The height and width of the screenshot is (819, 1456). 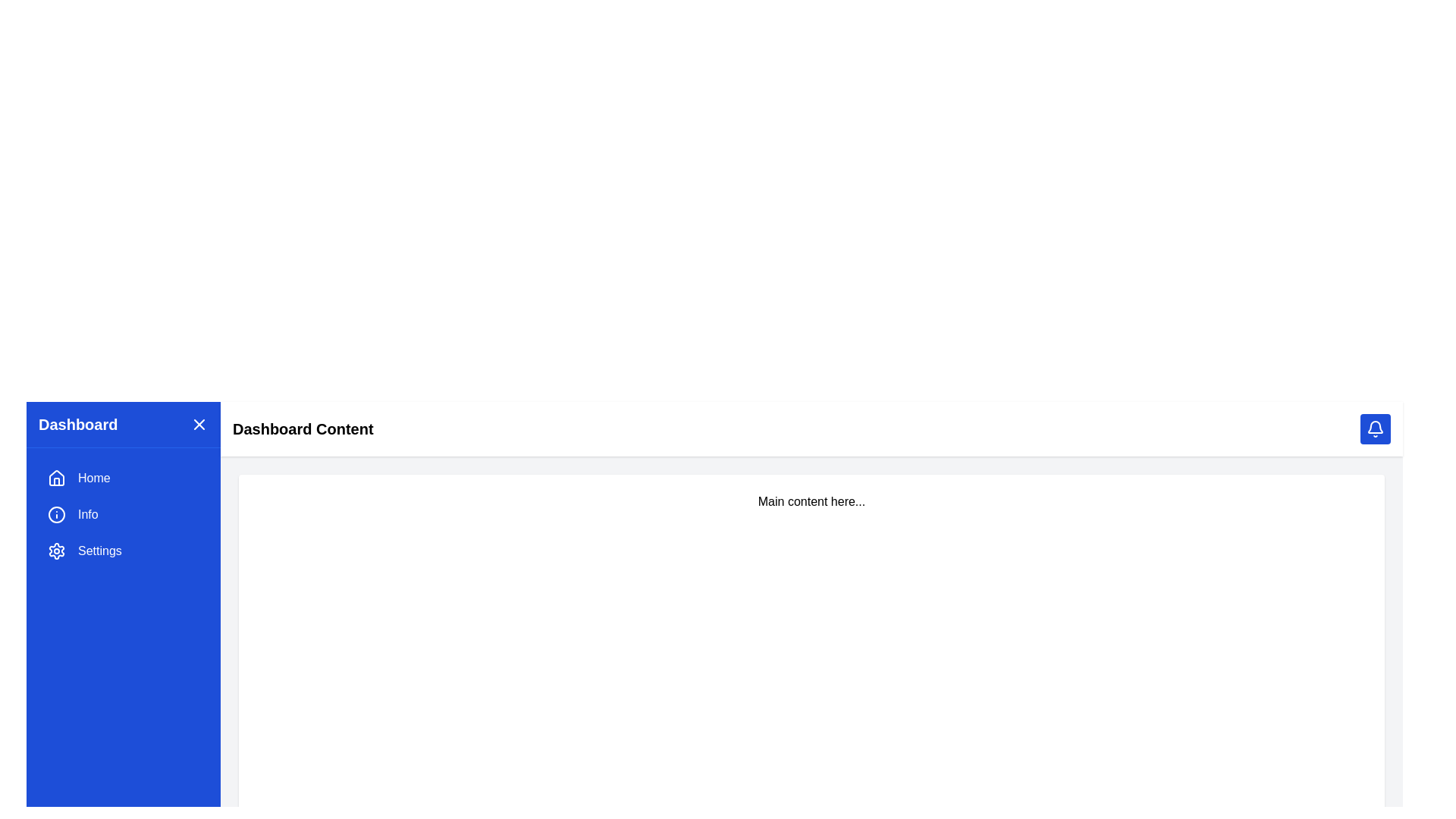 What do you see at coordinates (57, 476) in the screenshot?
I see `the house-shaped icon in the left navigation panel` at bounding box center [57, 476].